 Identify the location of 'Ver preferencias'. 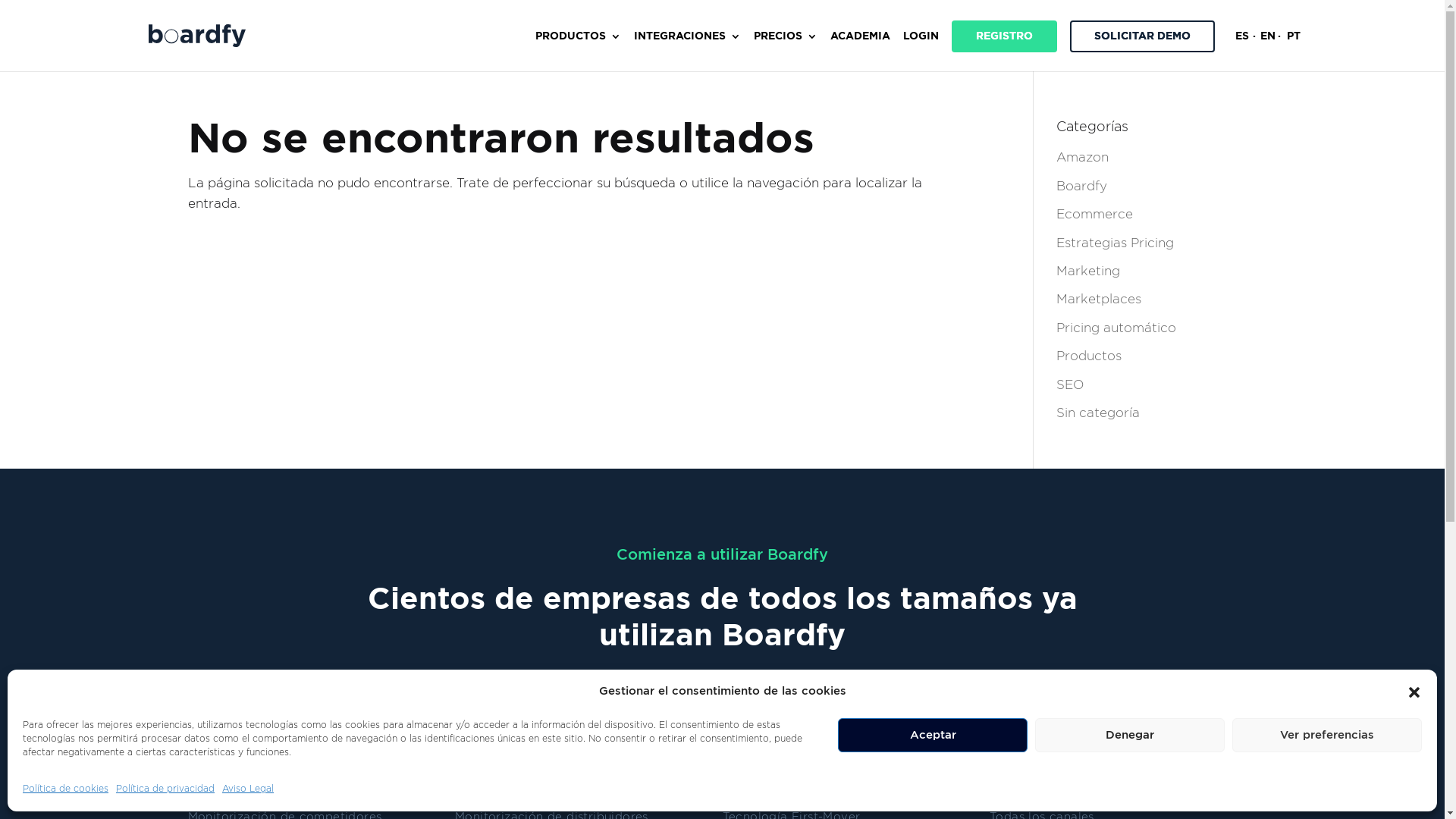
(1326, 734).